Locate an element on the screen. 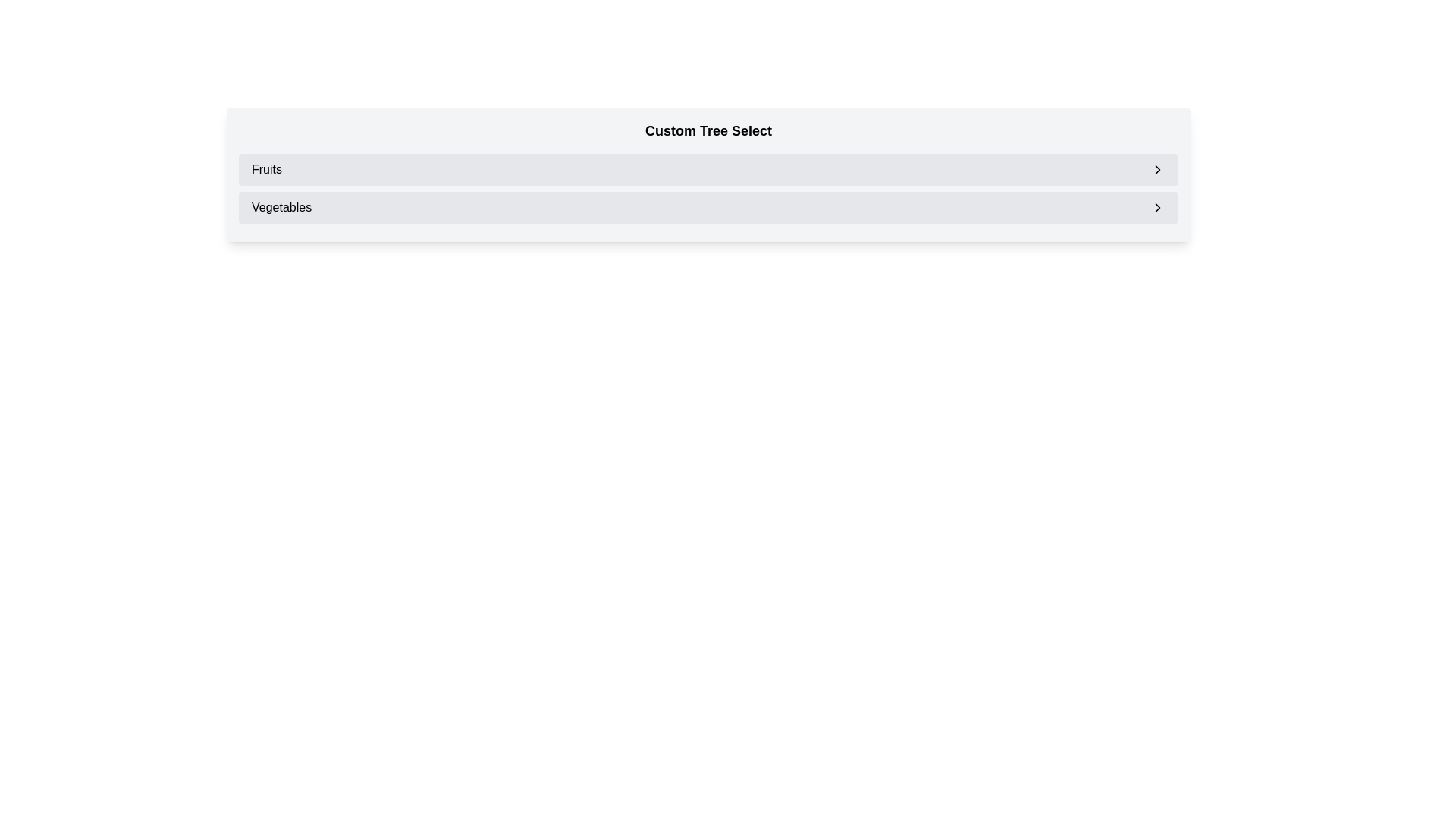 The width and height of the screenshot is (1456, 819). the list item labeled 'Vegetables' with a light gray background to trigger the tooltip or visual feedback is located at coordinates (708, 207).